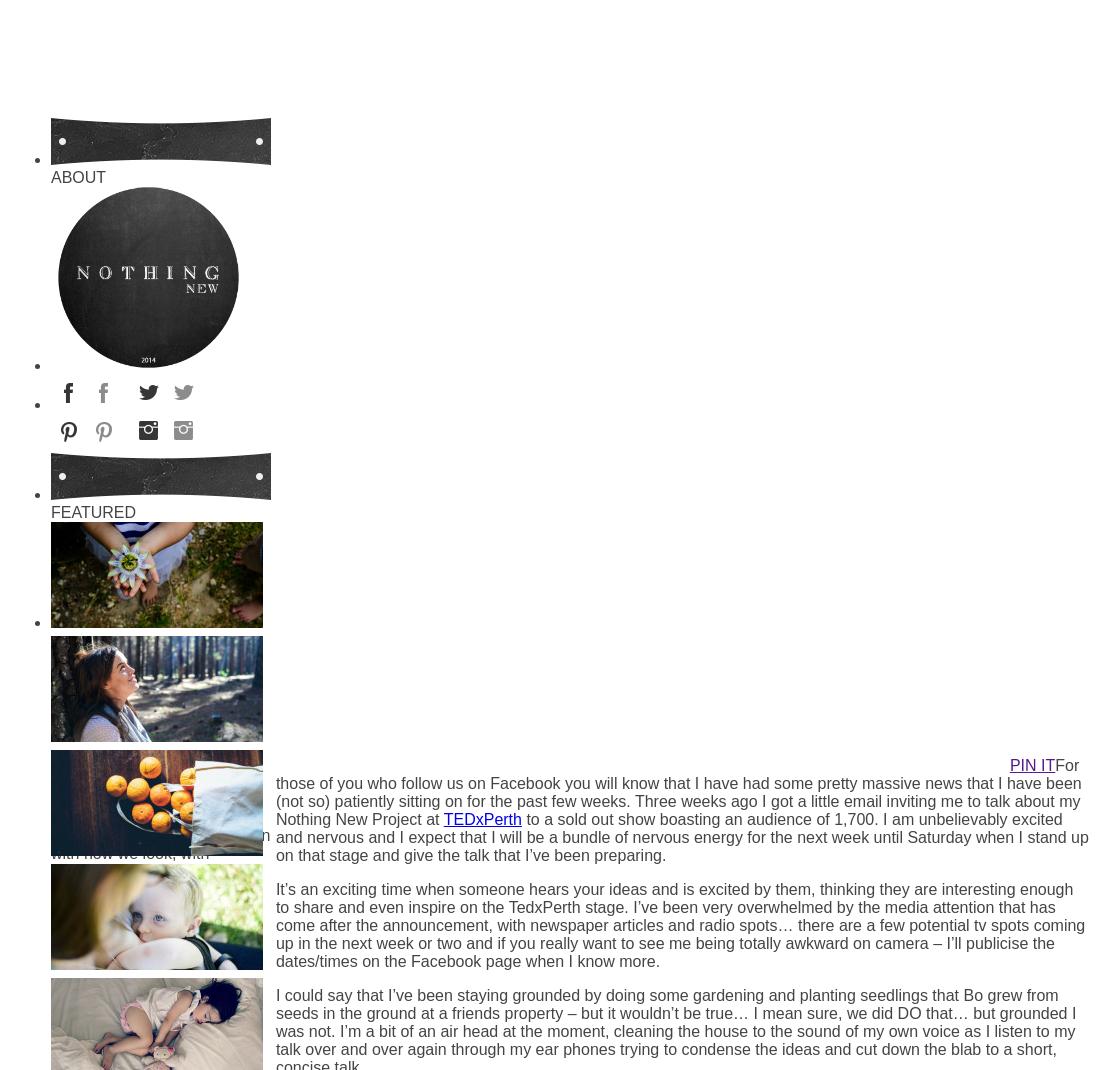  I want to click on 'ABOUT', so click(50, 177).